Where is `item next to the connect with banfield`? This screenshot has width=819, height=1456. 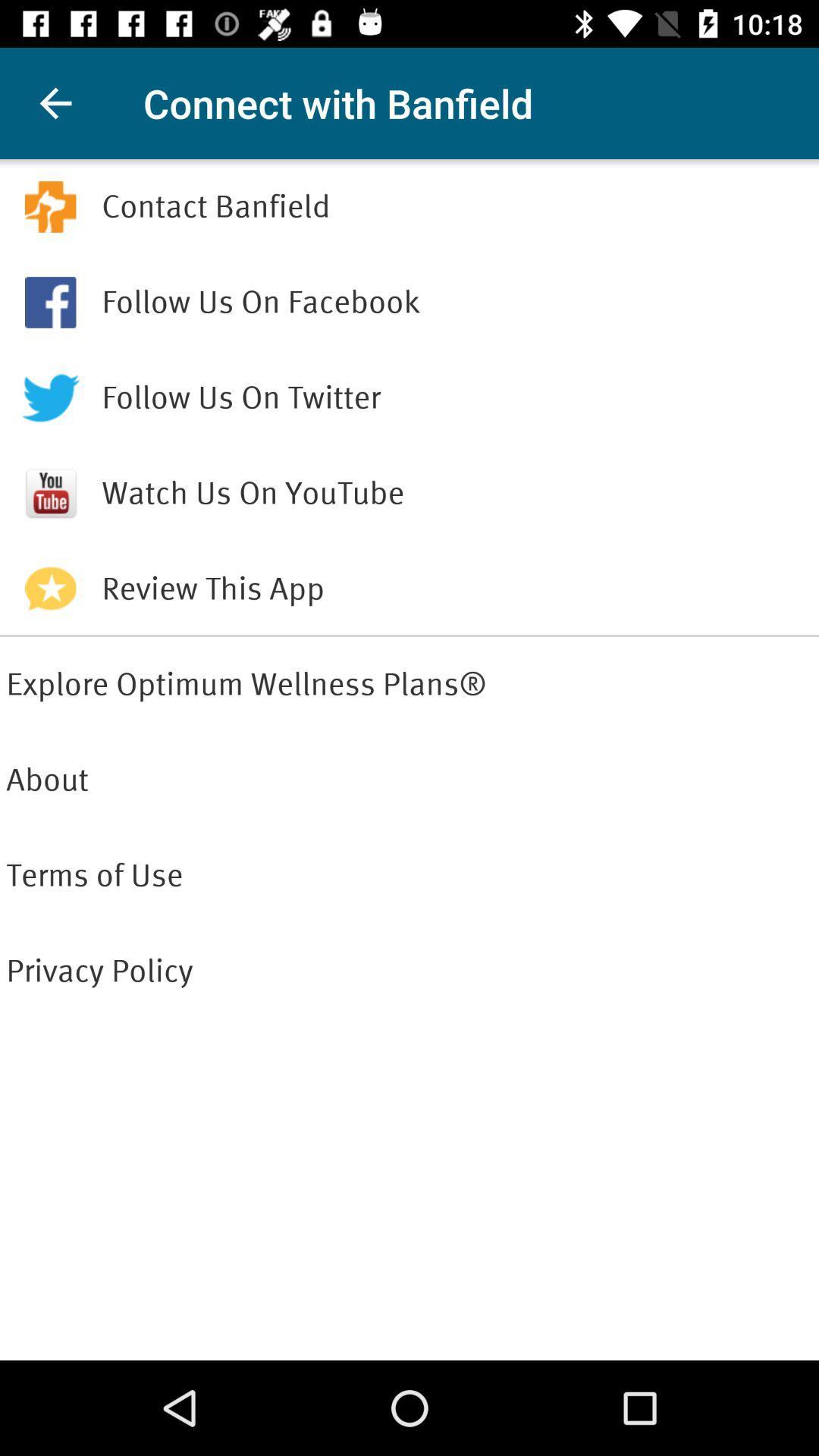 item next to the connect with banfield is located at coordinates (55, 102).